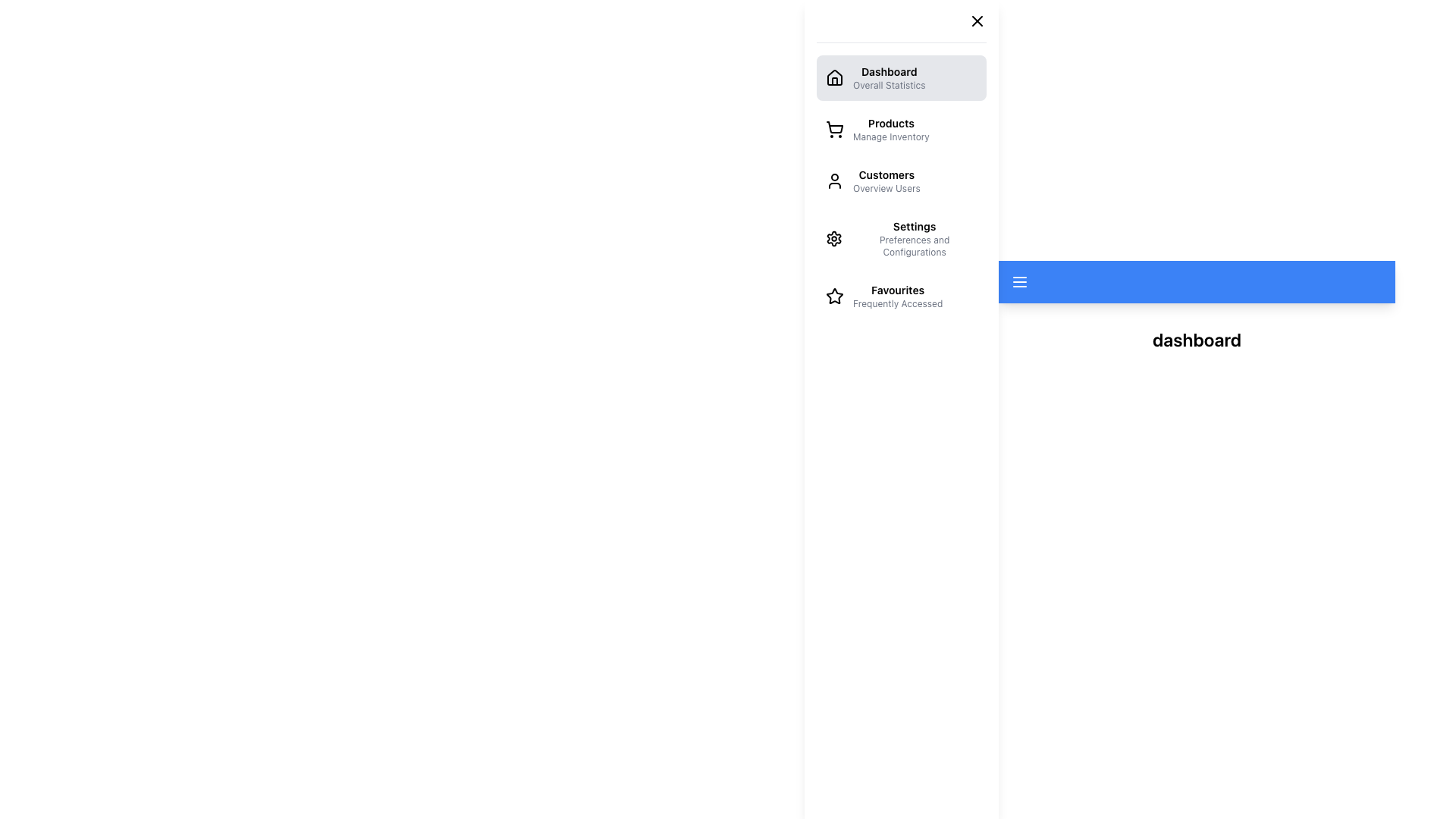 The height and width of the screenshot is (819, 1456). Describe the element at coordinates (833, 239) in the screenshot. I see `the gear-shaped icon associated with the 'Settings' entry in the sidebar menu, which is the fourth entry from the top` at that location.